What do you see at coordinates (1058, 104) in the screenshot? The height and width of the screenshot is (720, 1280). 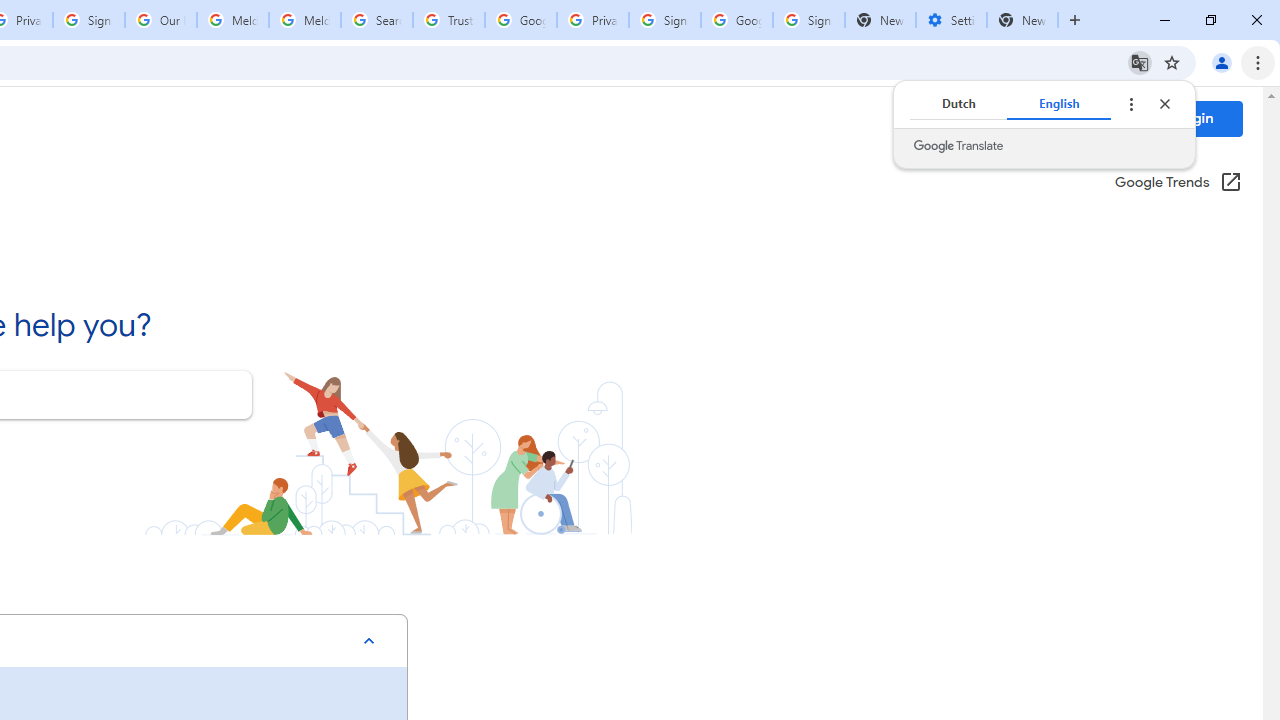 I see `'English'` at bounding box center [1058, 104].